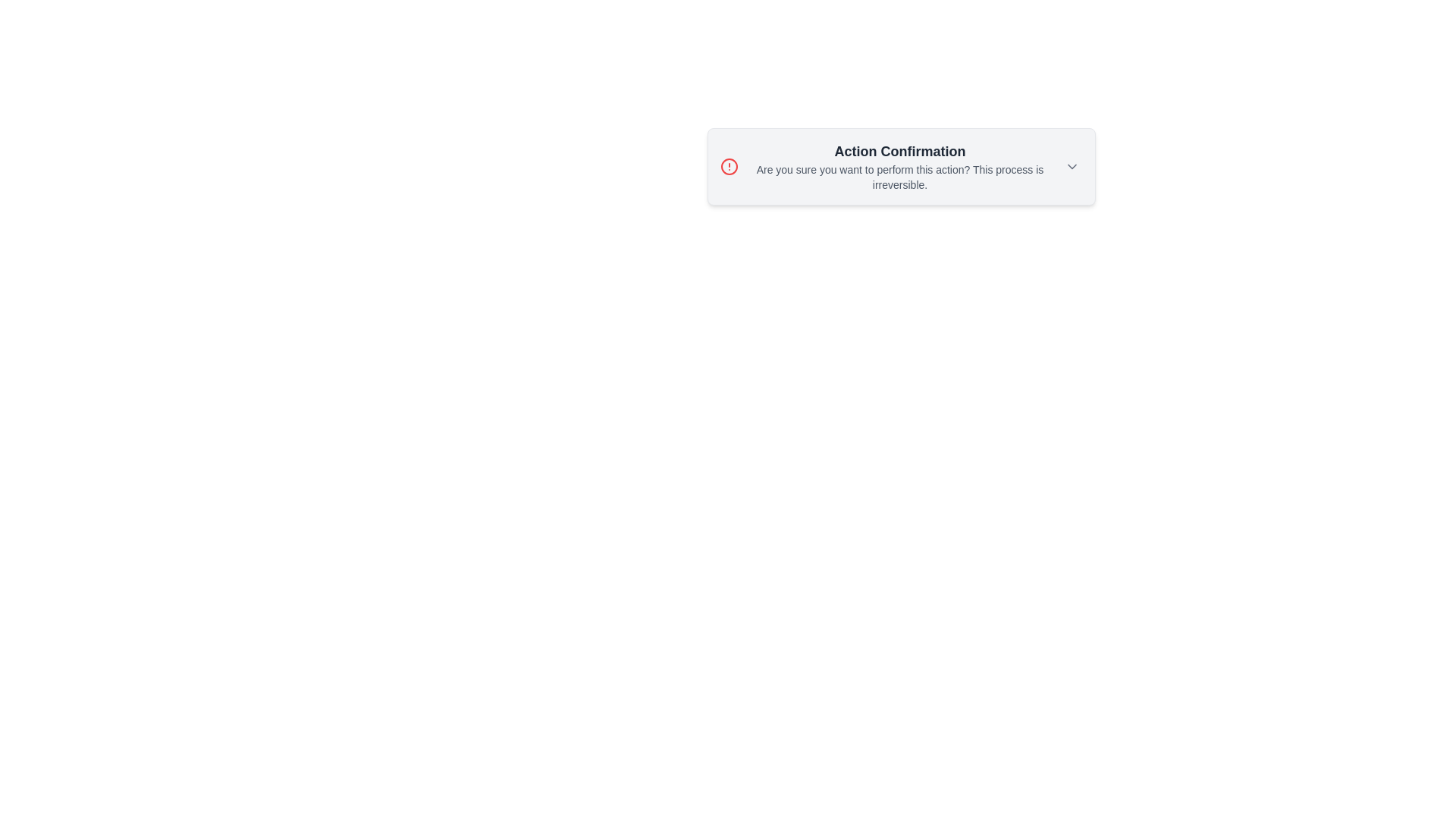 This screenshot has width=1456, height=819. What do you see at coordinates (899, 177) in the screenshot?
I see `the static text that provides critical information about the irreversible nature of the action under the 'Action Confirmation' heading` at bounding box center [899, 177].